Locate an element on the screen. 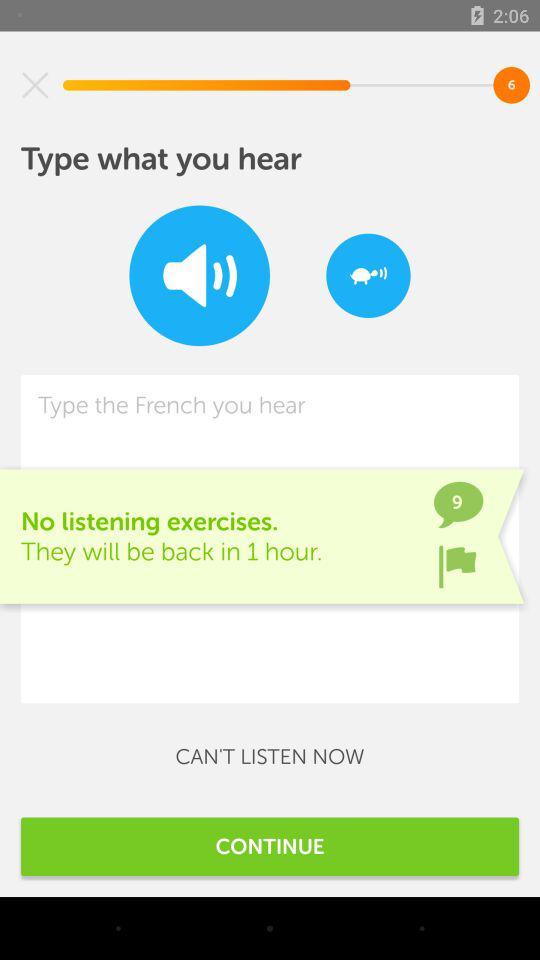  the icon at the top right corner is located at coordinates (367, 274).